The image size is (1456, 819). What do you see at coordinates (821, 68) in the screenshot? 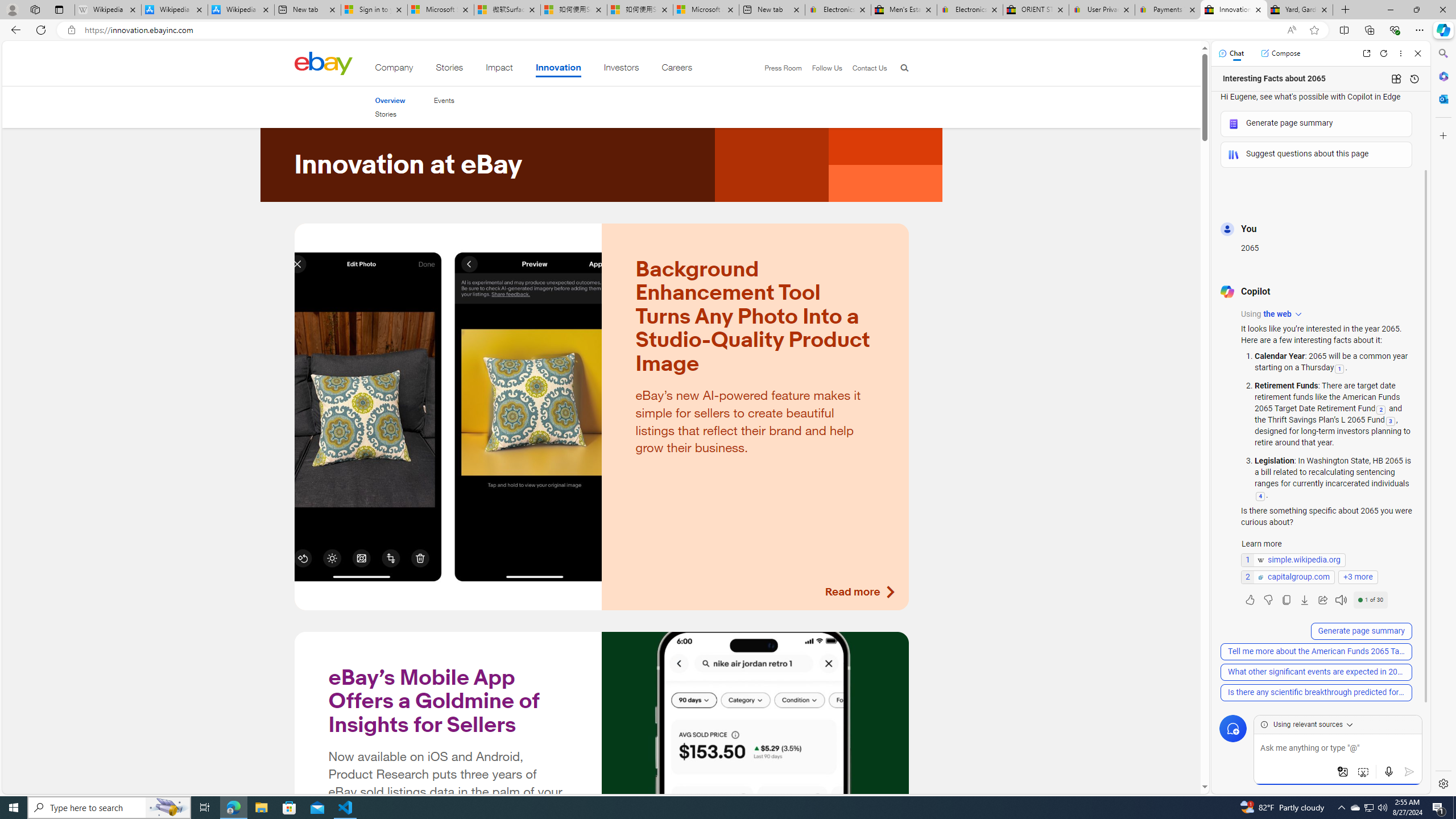
I see `'Follow Us'` at bounding box center [821, 68].